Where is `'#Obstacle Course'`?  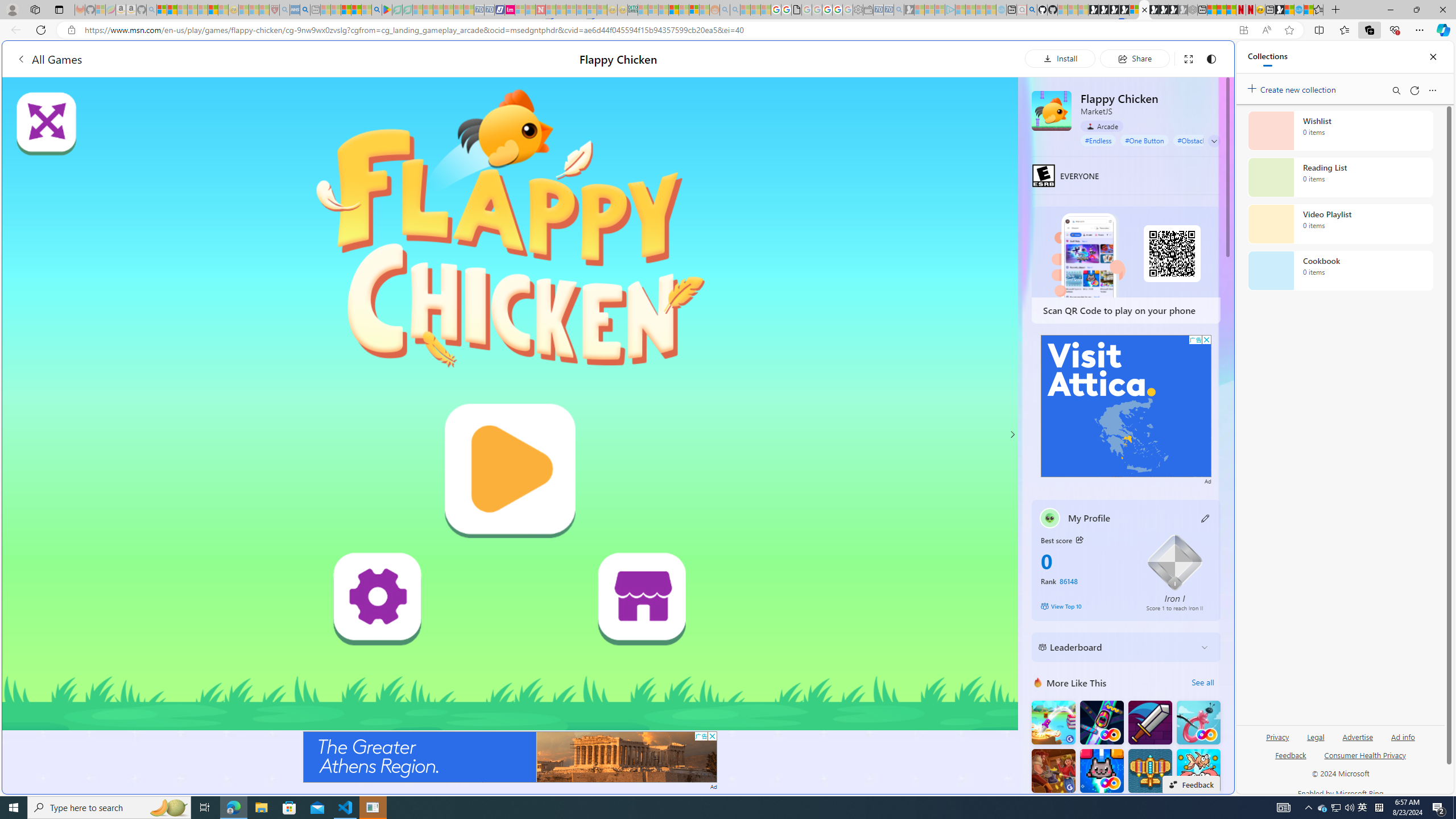 '#Obstacle Course' is located at coordinates (1203, 139).